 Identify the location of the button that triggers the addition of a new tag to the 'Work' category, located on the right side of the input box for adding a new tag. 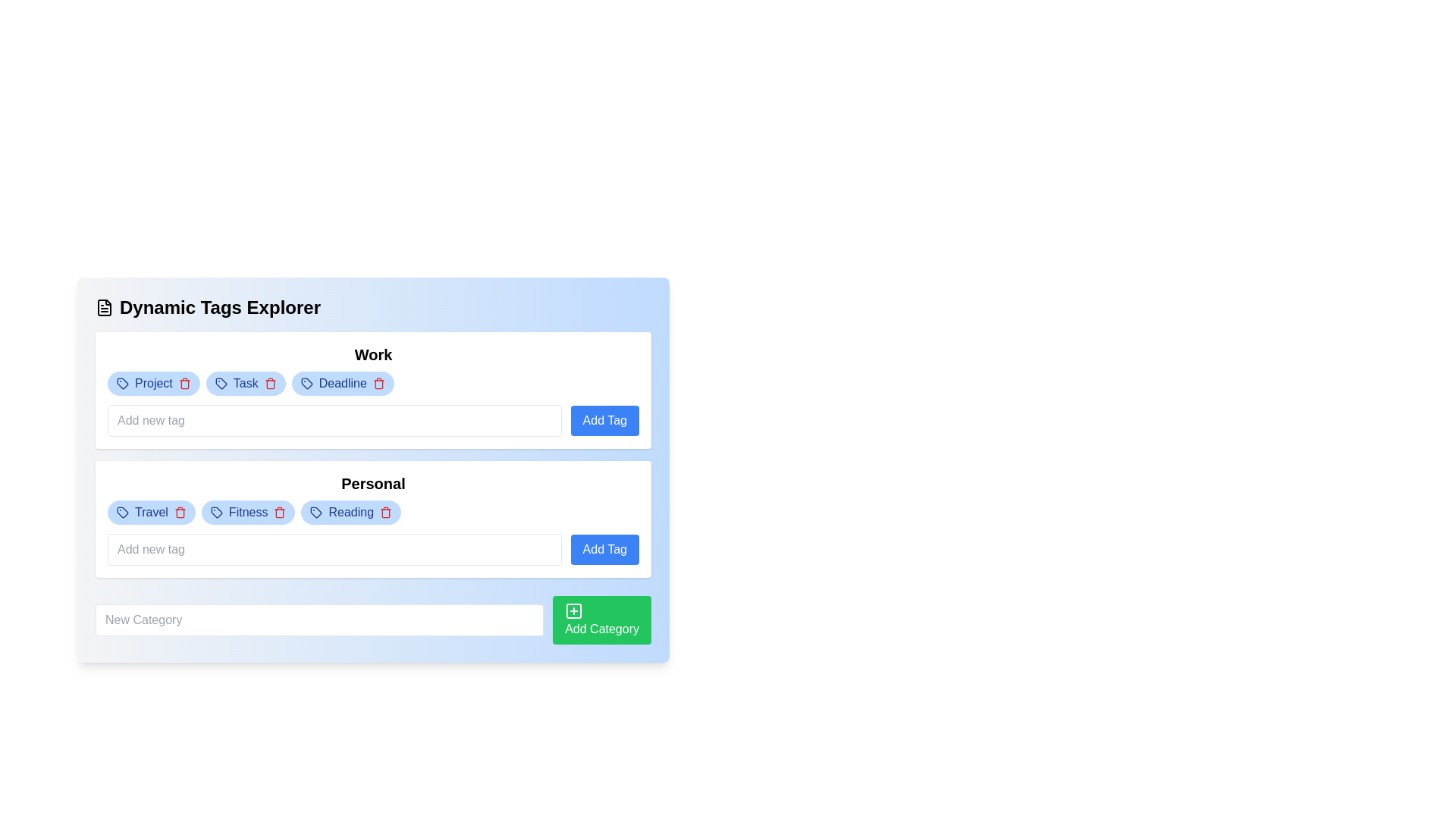
(604, 421).